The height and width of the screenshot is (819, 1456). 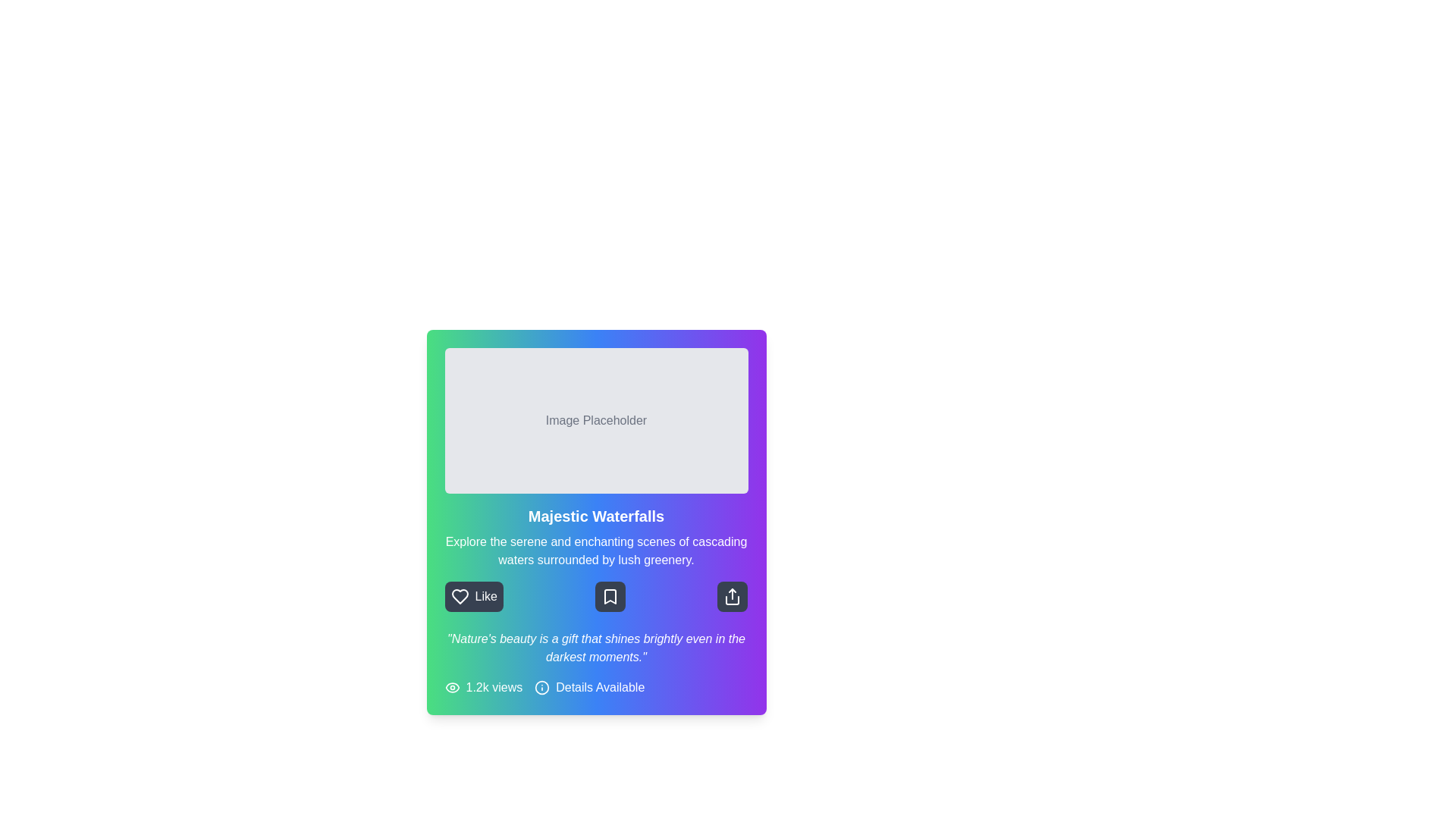 I want to click on the informational label that consists of an info icon and the text 'Details Available', located at the bottom right of the card, so click(x=588, y=687).